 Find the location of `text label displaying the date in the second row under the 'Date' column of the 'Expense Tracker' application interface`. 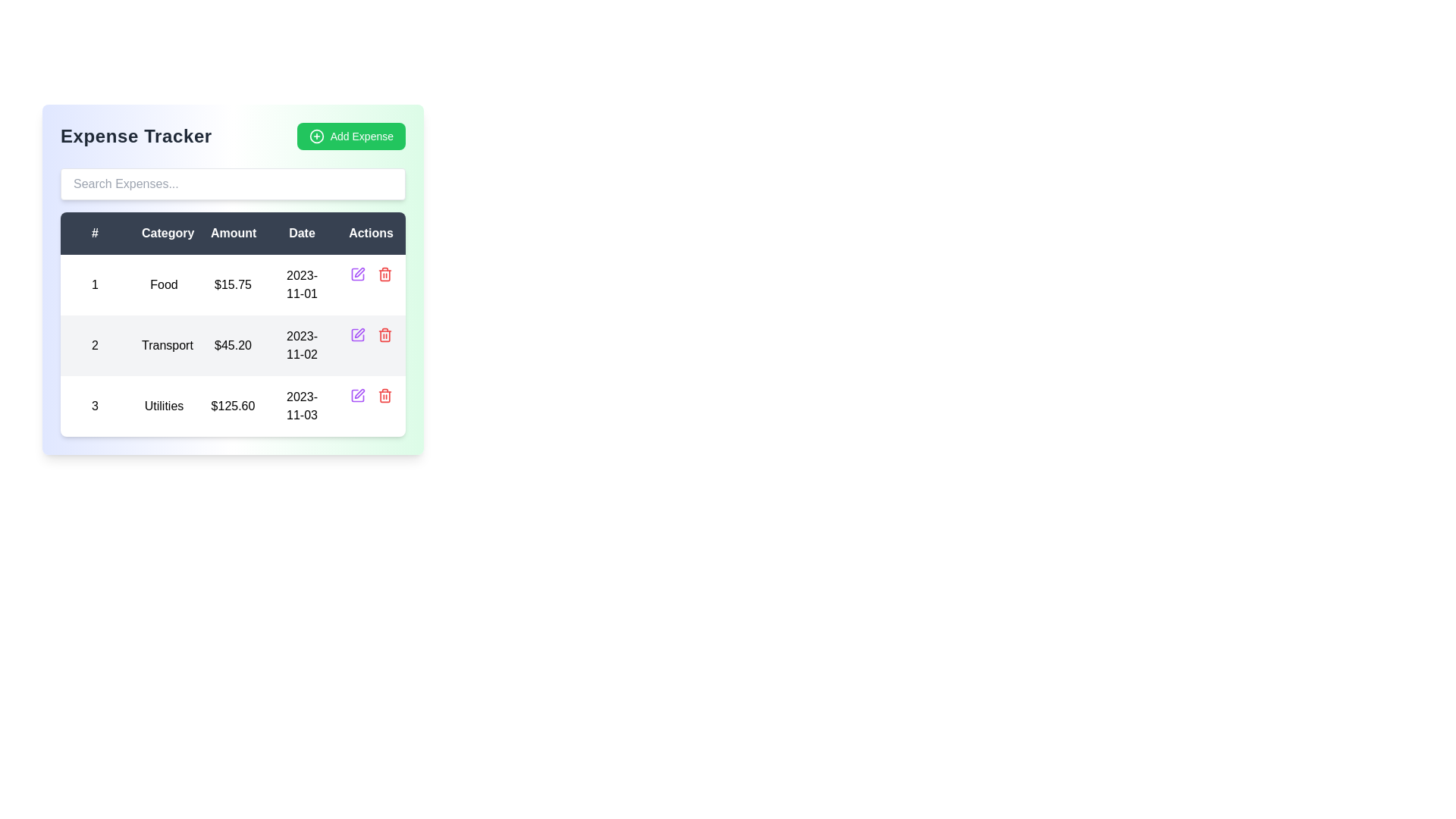

text label displaying the date in the second row under the 'Date' column of the 'Expense Tracker' application interface is located at coordinates (302, 345).